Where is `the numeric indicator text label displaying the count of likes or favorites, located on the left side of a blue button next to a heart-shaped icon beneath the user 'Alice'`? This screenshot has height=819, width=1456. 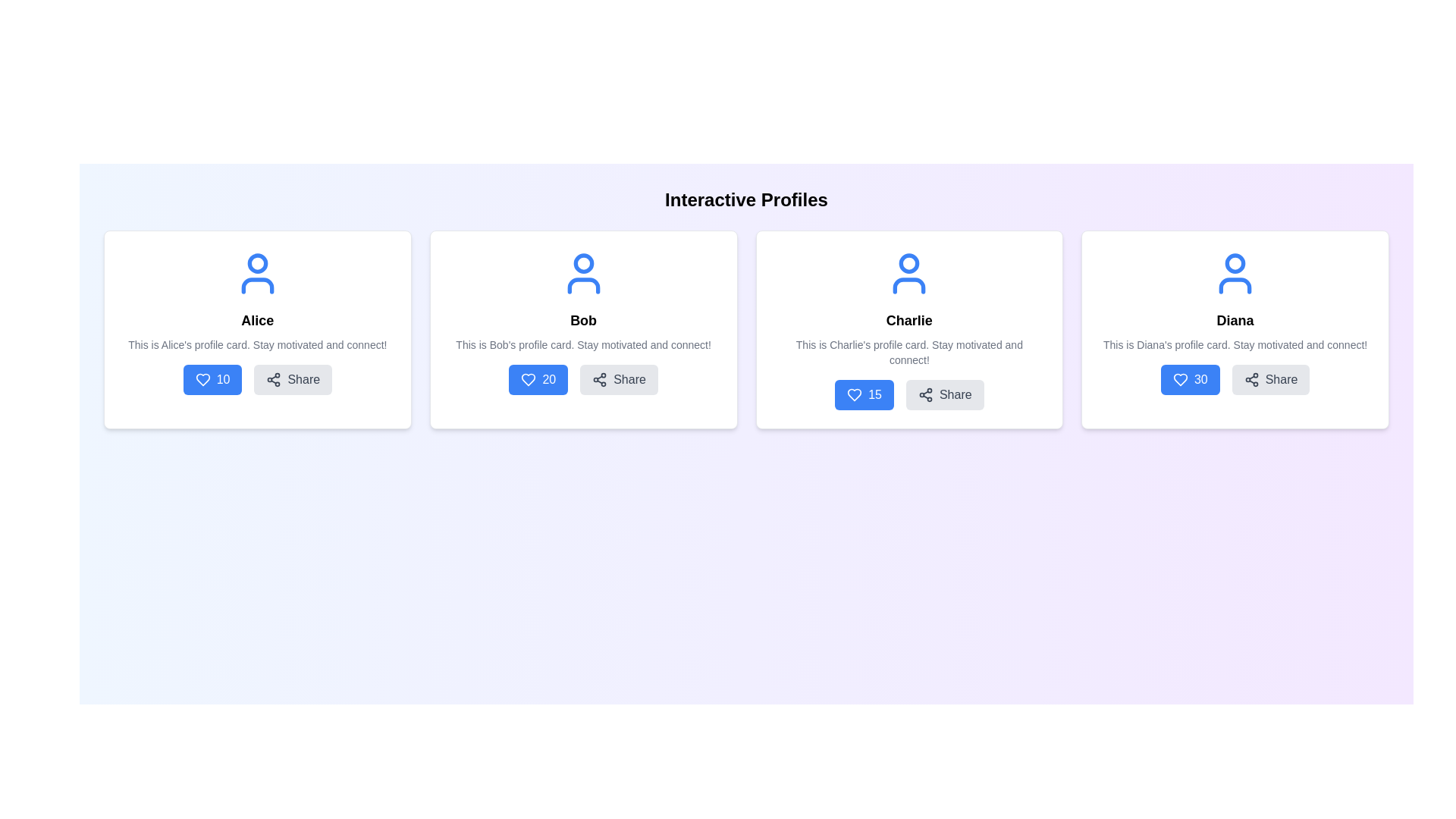 the numeric indicator text label displaying the count of likes or favorites, located on the left side of a blue button next to a heart-shaped icon beneath the user 'Alice' is located at coordinates (222, 379).